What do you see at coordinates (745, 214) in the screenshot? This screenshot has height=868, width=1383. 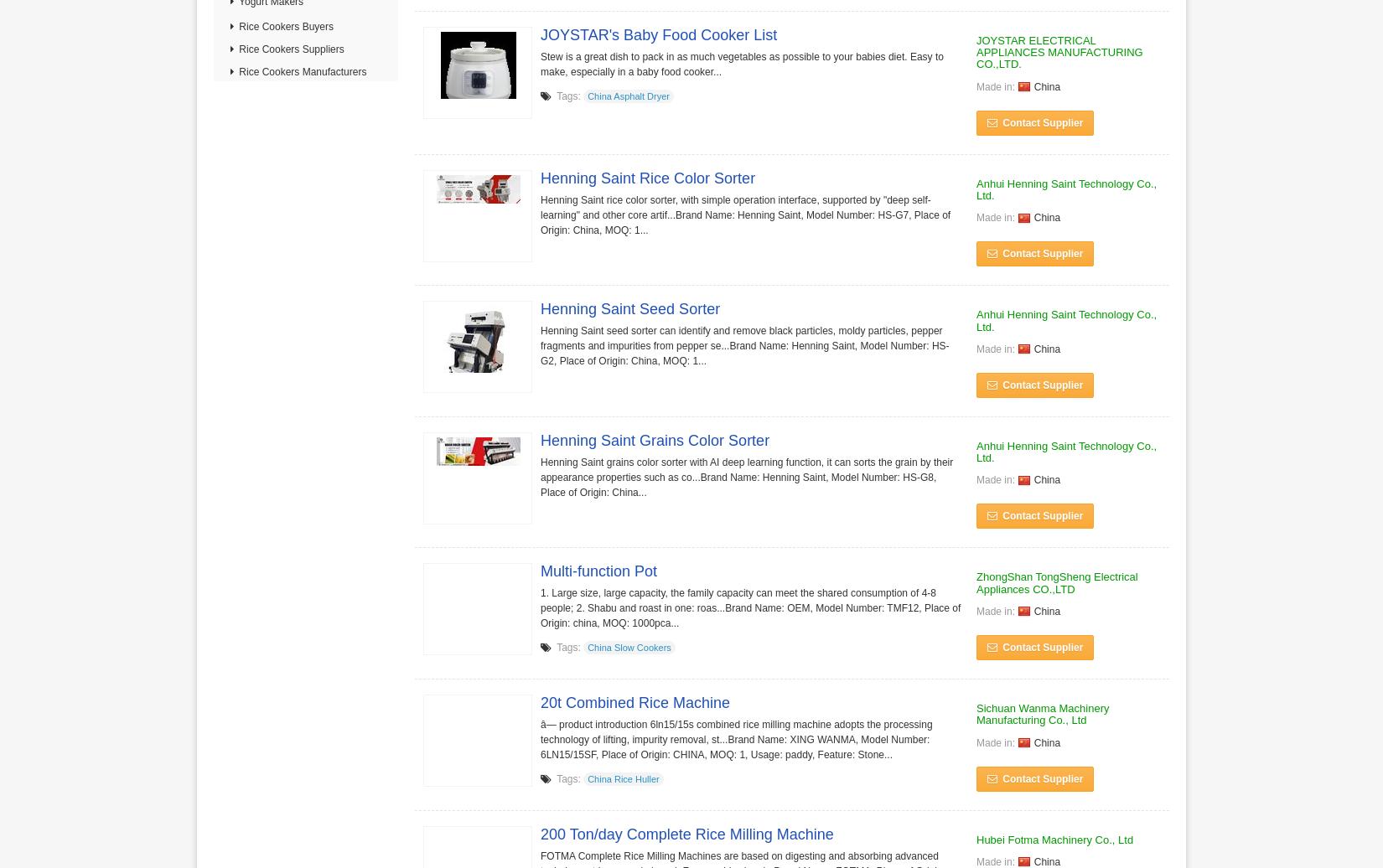 I see `'Henning Saint rice color sorter, with simple operation interface, supported by "deep self-learning" and other core artif...Brand Name: Henning Saint, Model Number: HS-G7, Place of Origin: China, MOQ: 1...'` at bounding box center [745, 214].